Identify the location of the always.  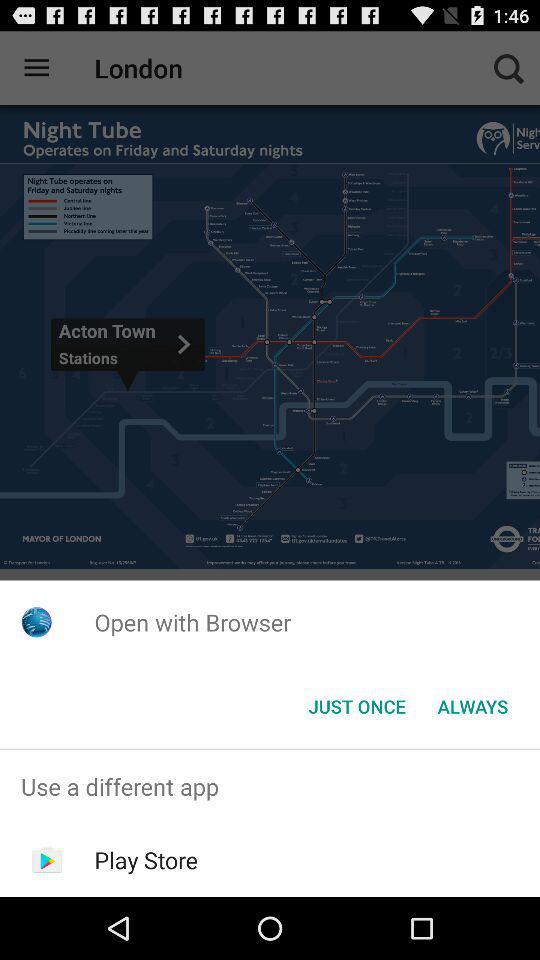
(472, 706).